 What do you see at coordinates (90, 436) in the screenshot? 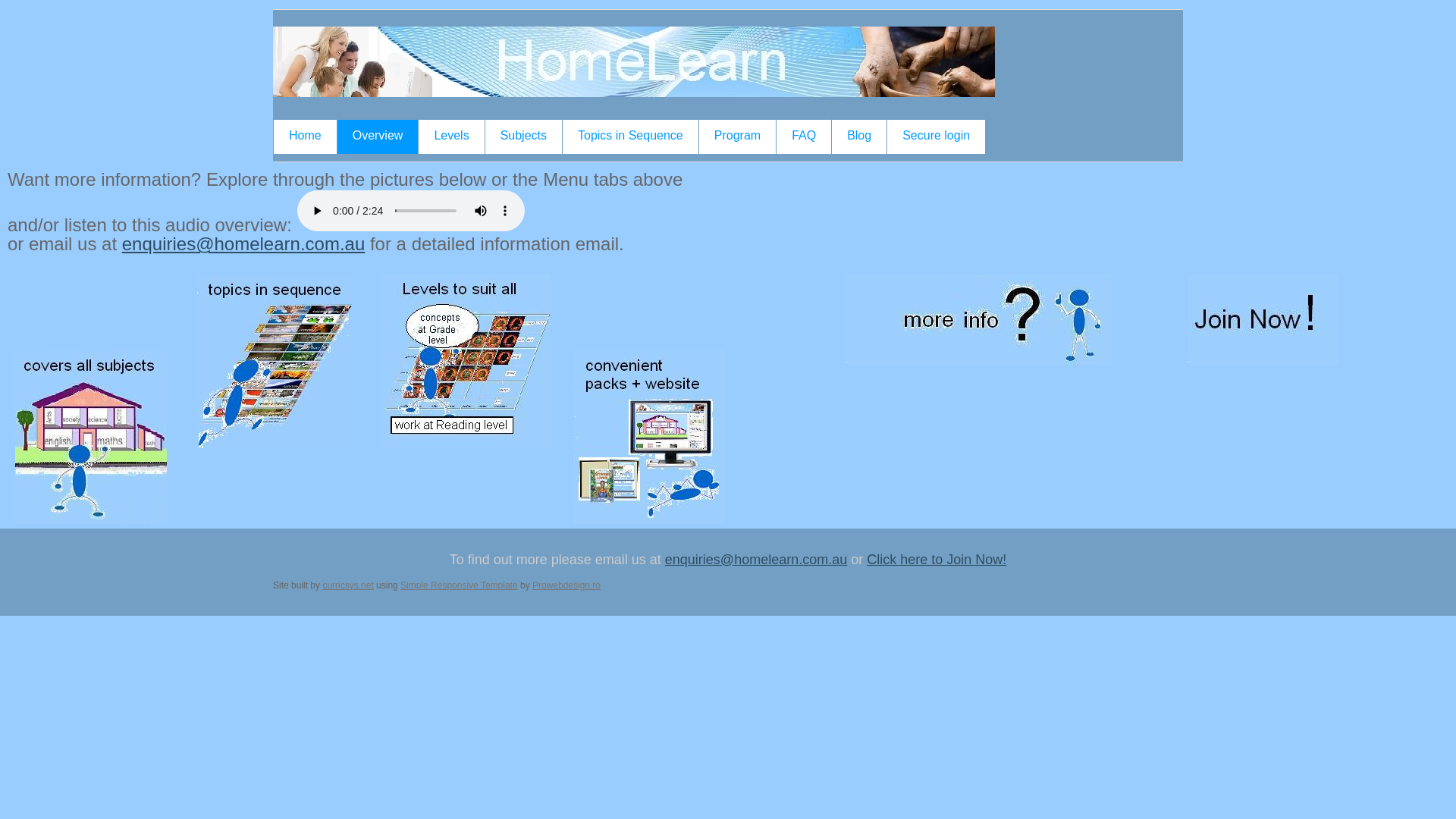
I see `'The HomeLearn program covers all subject areas'` at bounding box center [90, 436].